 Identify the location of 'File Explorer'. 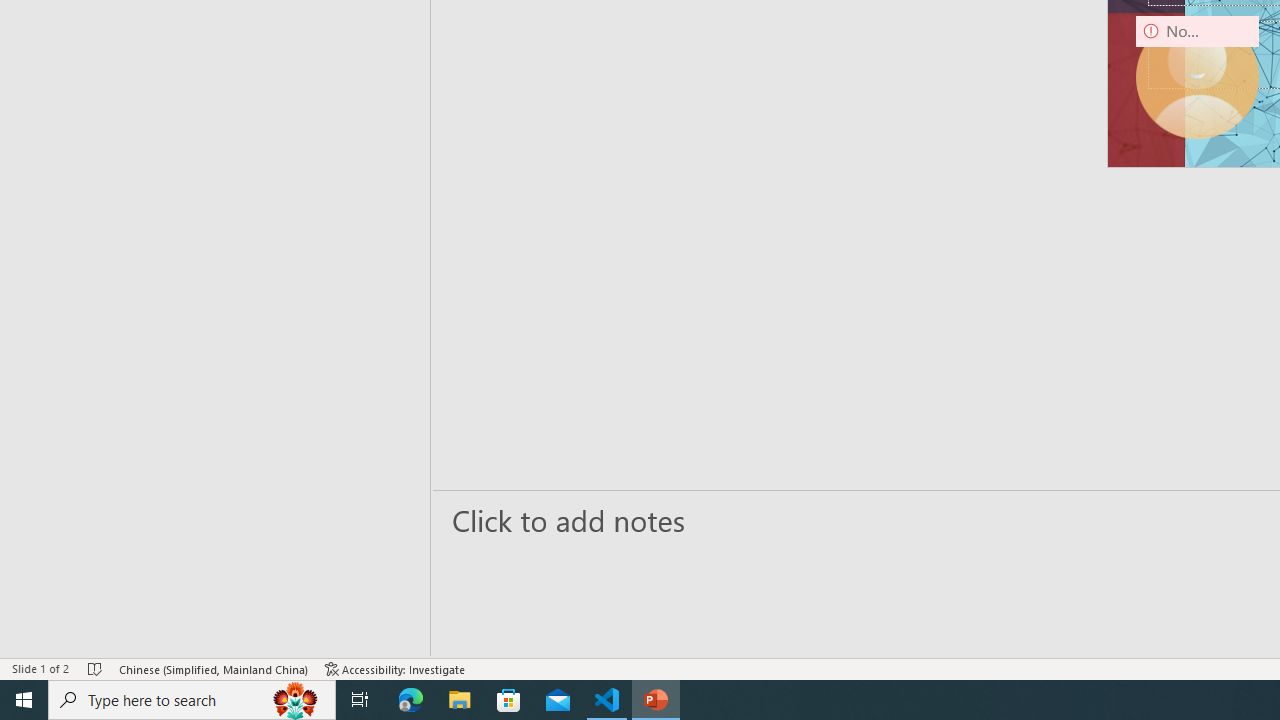
(459, 698).